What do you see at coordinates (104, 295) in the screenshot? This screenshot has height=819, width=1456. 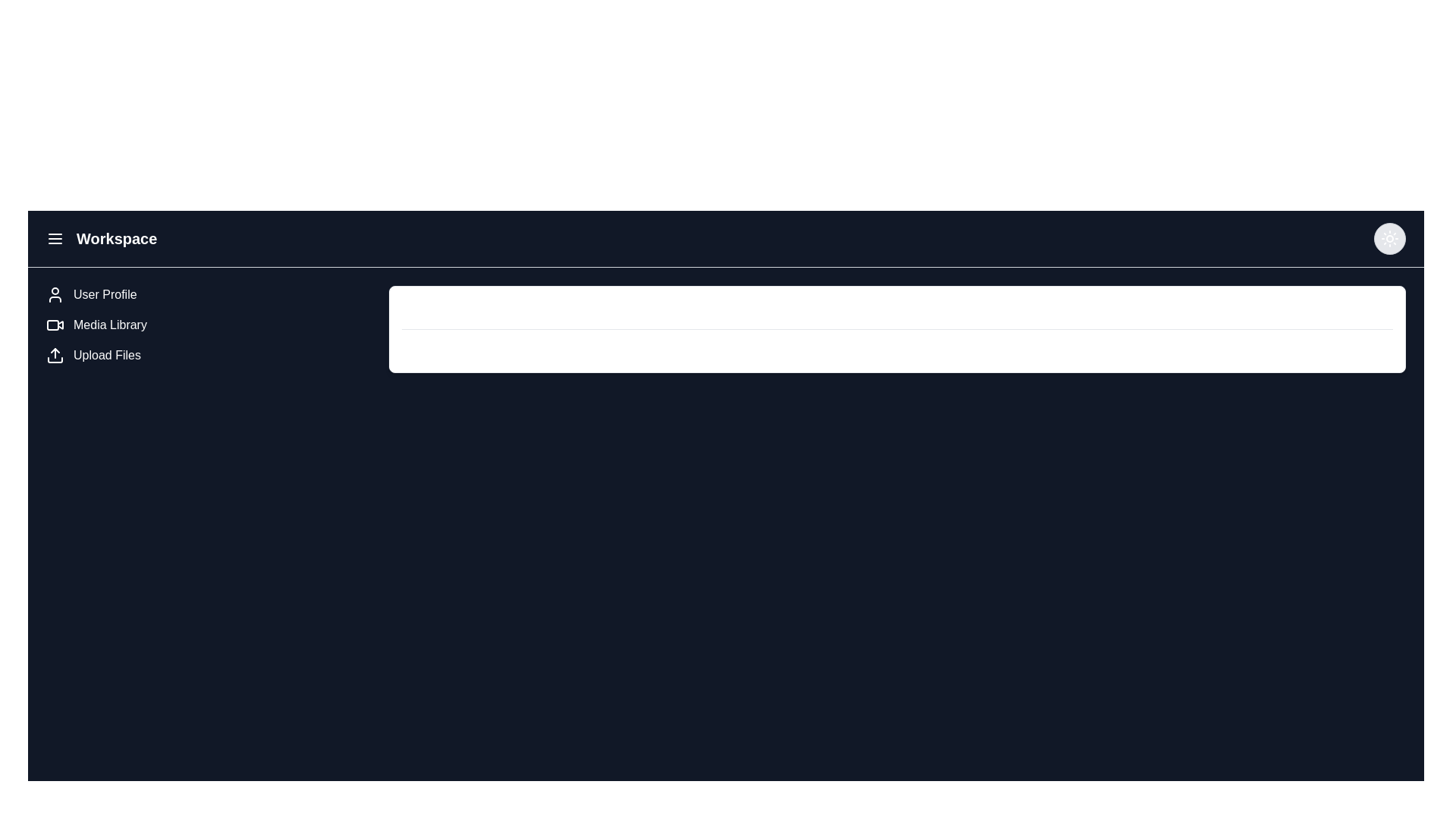 I see `user profile label located to the right of the user avatar icon, positioned towards the top-left side of the interface` at bounding box center [104, 295].